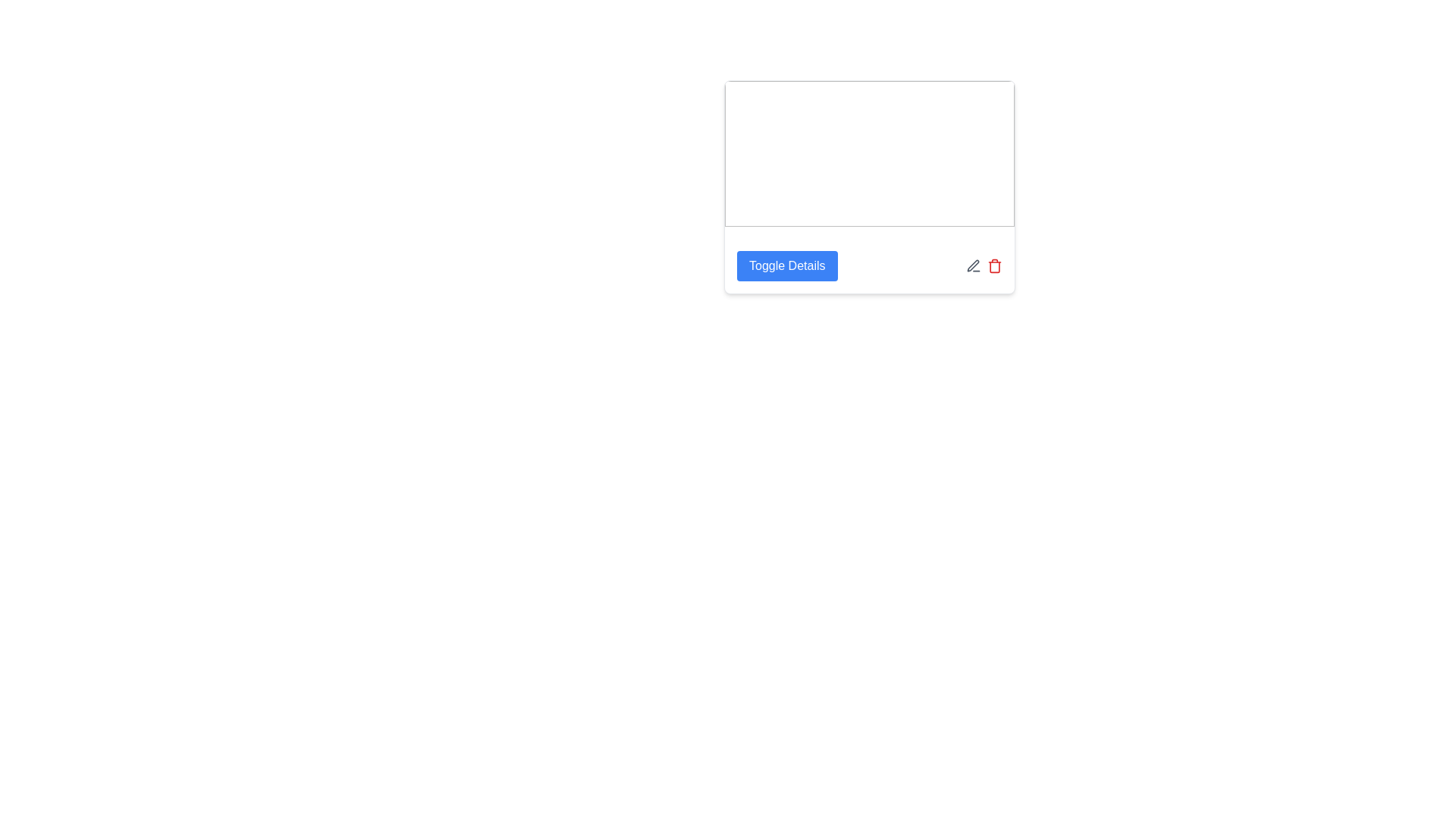 The width and height of the screenshot is (1456, 819). Describe the element at coordinates (973, 265) in the screenshot. I see `the pen icon located in the bottom right section of the interface, which is a stylized representation of a writing tool` at that location.